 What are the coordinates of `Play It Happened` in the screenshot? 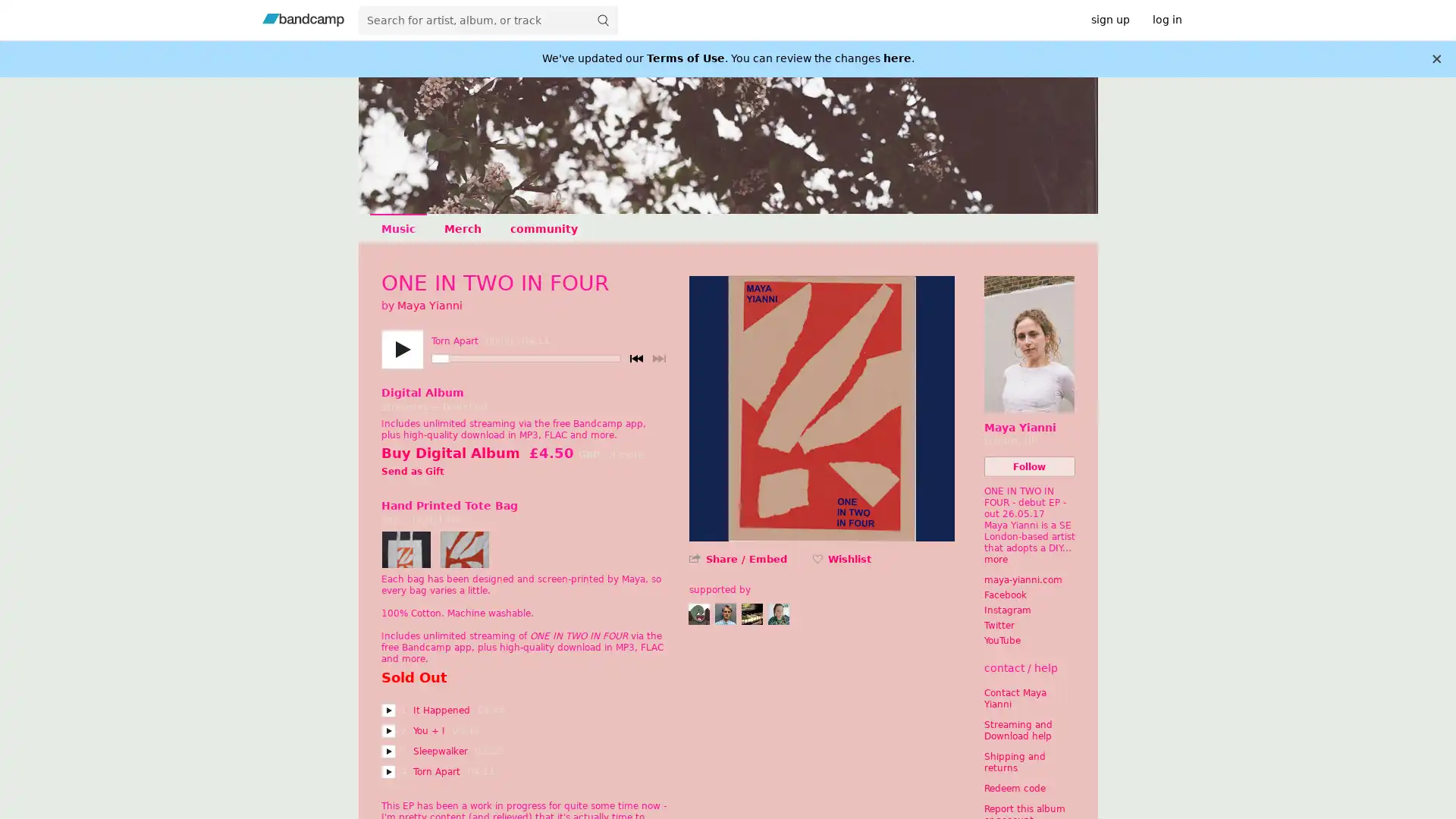 It's located at (388, 711).